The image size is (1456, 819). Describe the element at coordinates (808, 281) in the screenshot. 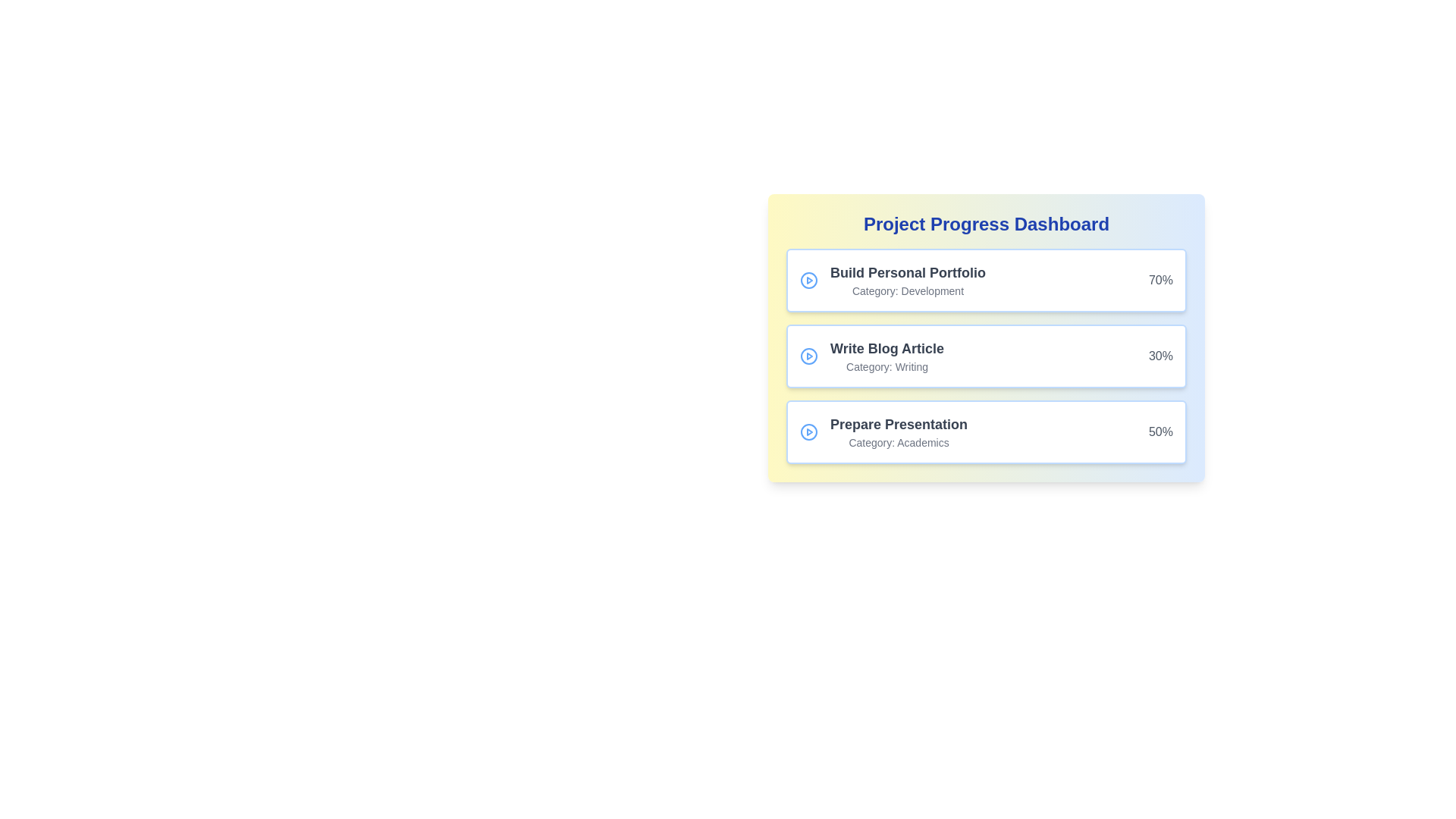

I see `the circular shape with a blue border and white background, located within the play button icon next to the 'Build Personal Portfolio' label` at that location.